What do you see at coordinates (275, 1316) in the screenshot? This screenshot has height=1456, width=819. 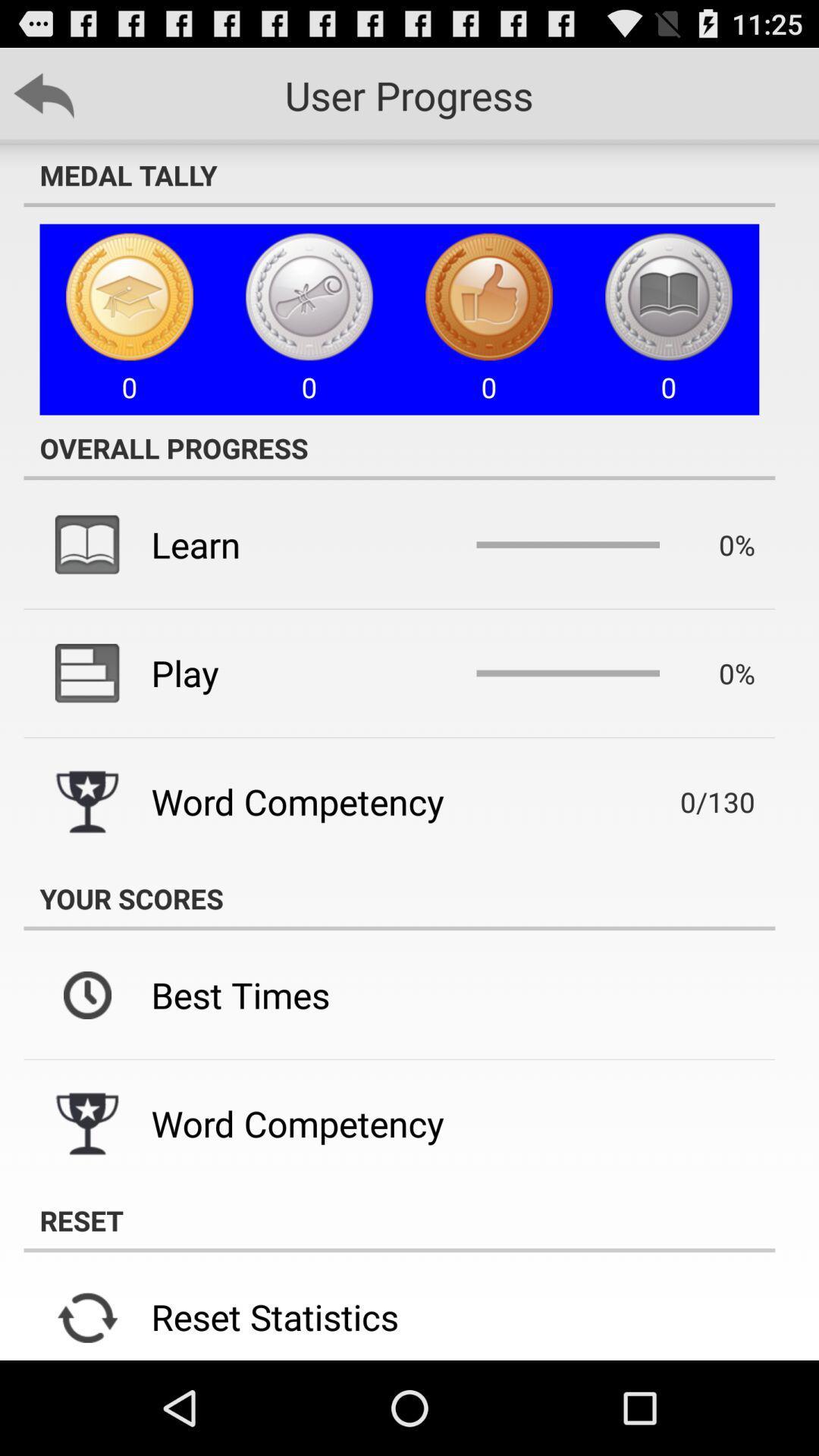 I see `reset statistics item` at bounding box center [275, 1316].